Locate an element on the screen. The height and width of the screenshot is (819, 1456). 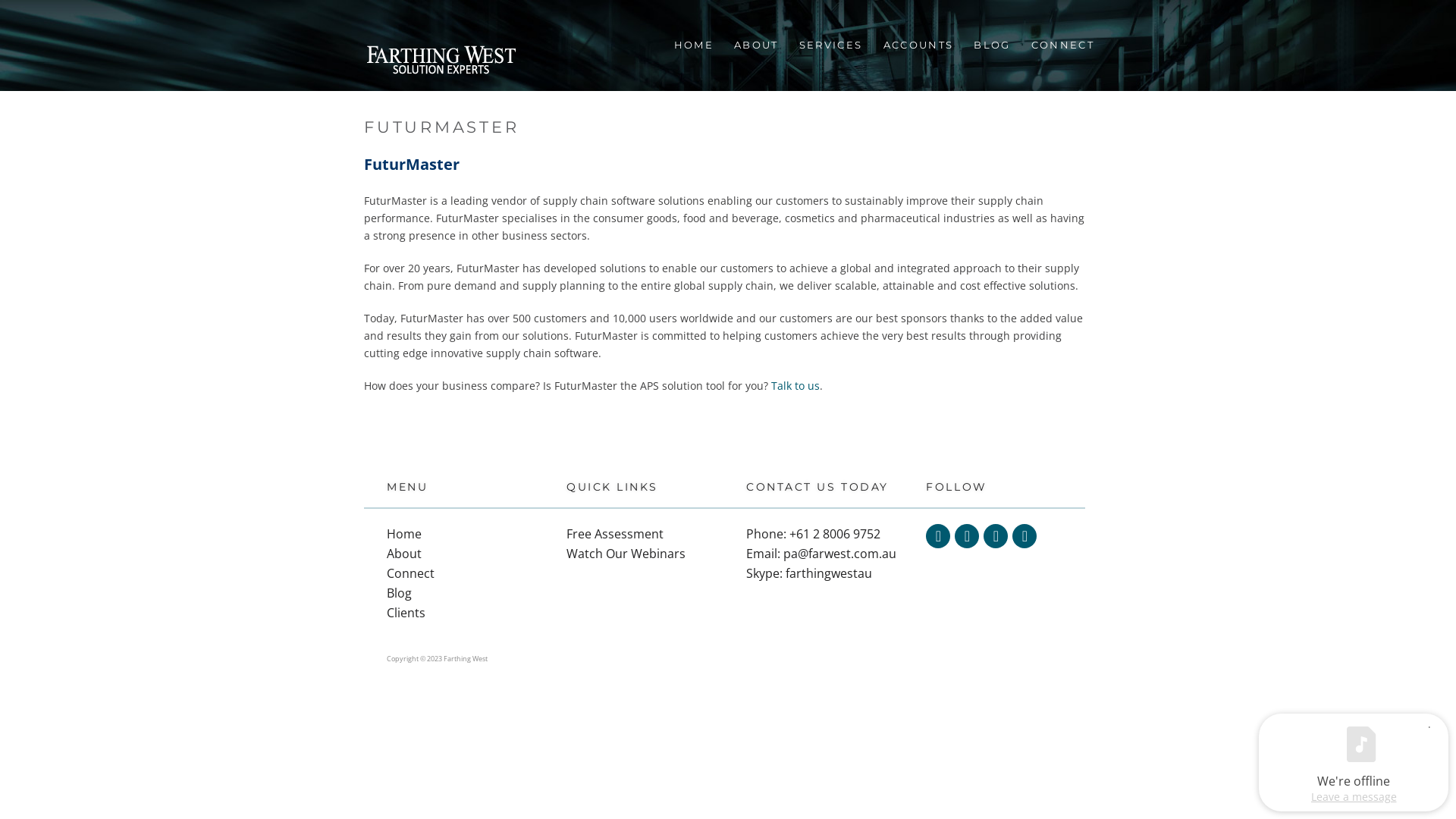
'Clients' is located at coordinates (406, 611).